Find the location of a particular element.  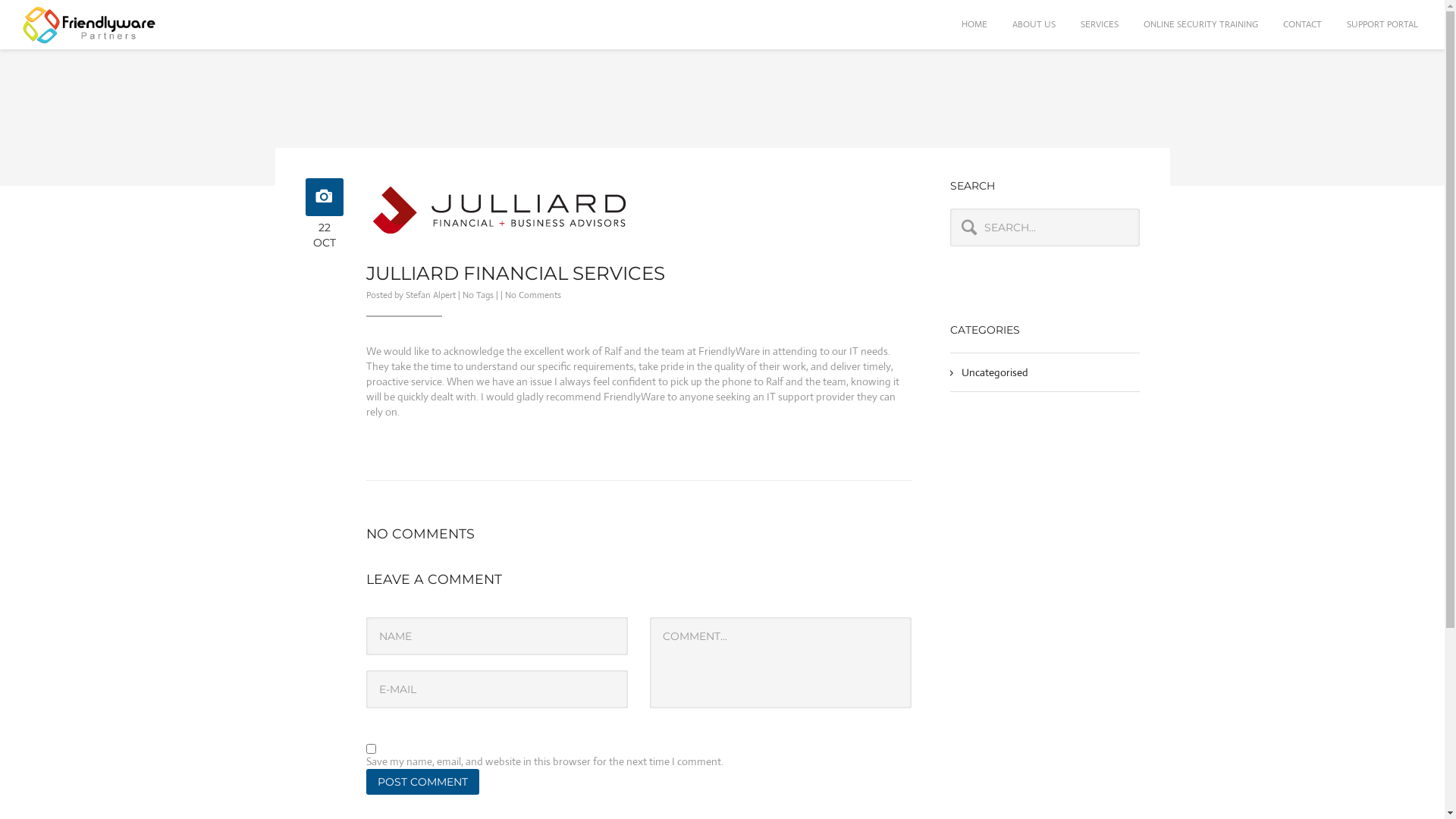

'No Comments is located at coordinates (532, 295).